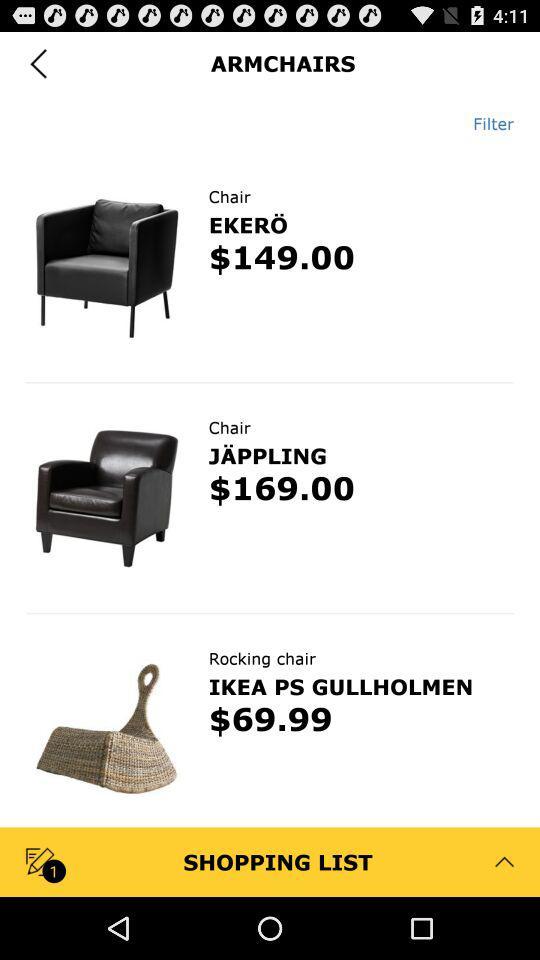 The image size is (540, 960). I want to click on icon below the chair item, so click(248, 224).